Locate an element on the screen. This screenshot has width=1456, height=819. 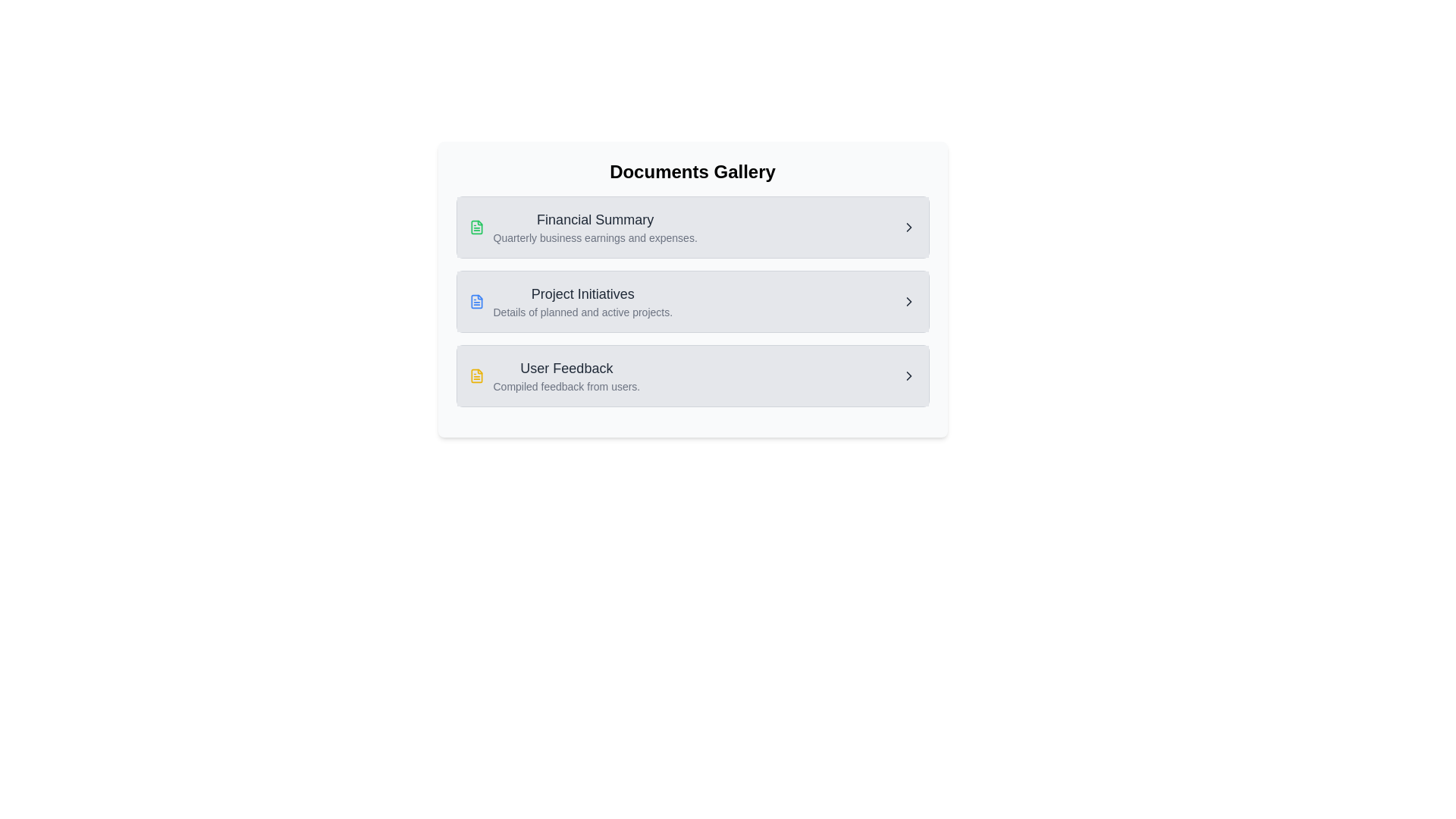
text presented by the 'User Feedback' element, which is the third entry in a vertical list under 'Financial Summary' and 'Project Initiatives' is located at coordinates (566, 375).